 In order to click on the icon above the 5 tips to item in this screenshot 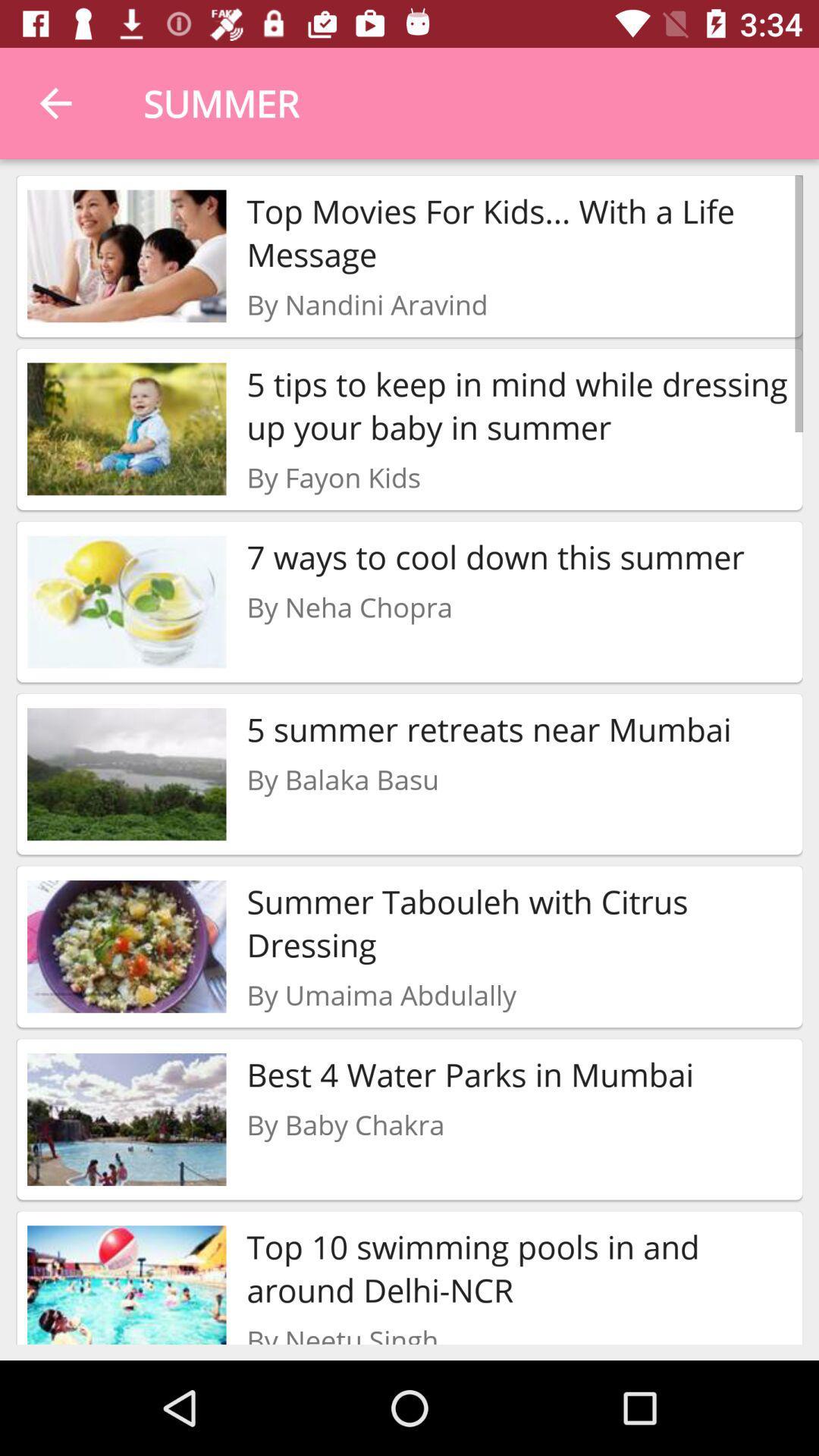, I will do `click(367, 303)`.